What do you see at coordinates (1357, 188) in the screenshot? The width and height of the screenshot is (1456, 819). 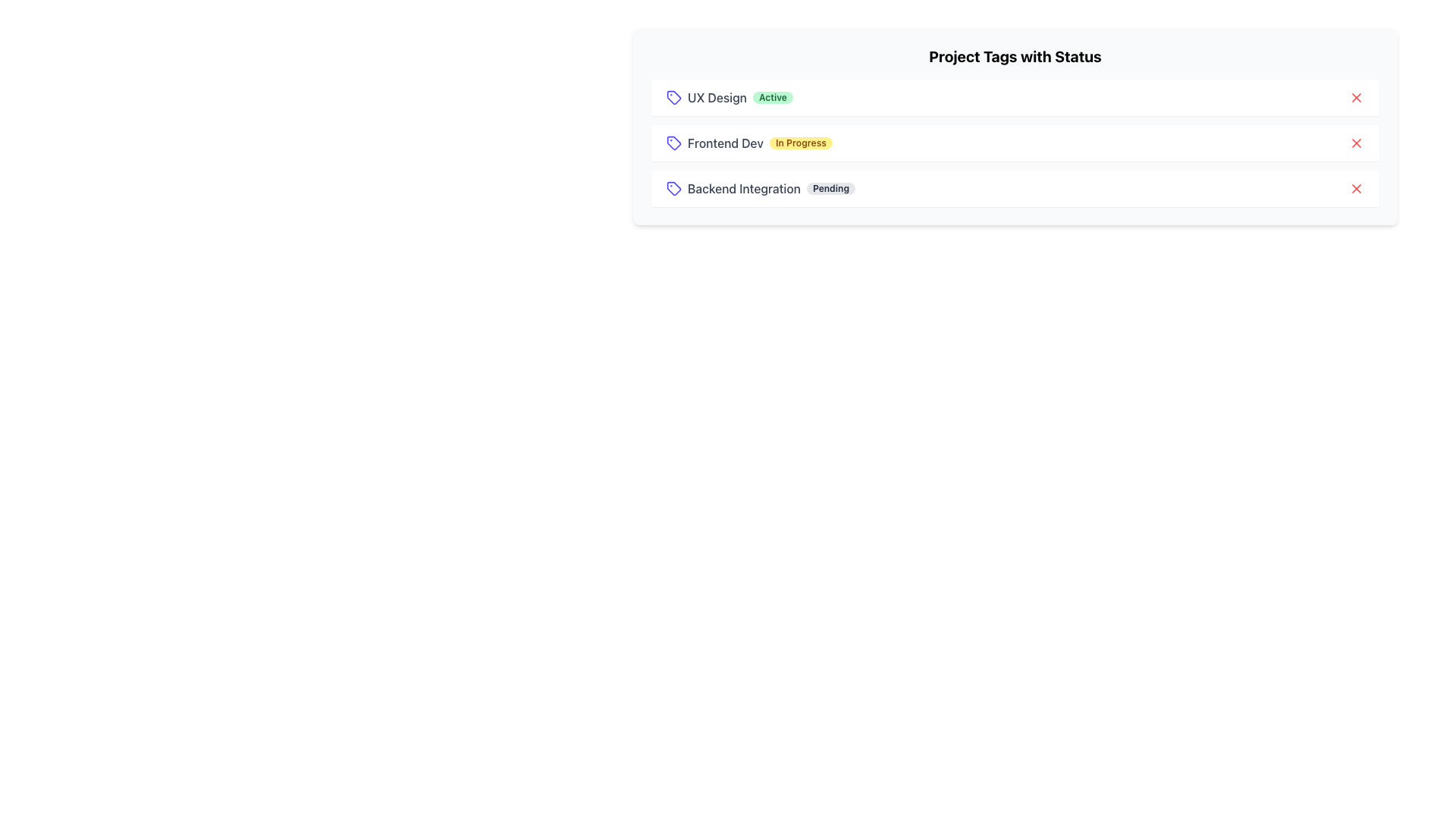 I see `the close (X) button icon located at the right end of the row for the 'Backend Integration' item under the 'Project Tags with Status' heading` at bounding box center [1357, 188].